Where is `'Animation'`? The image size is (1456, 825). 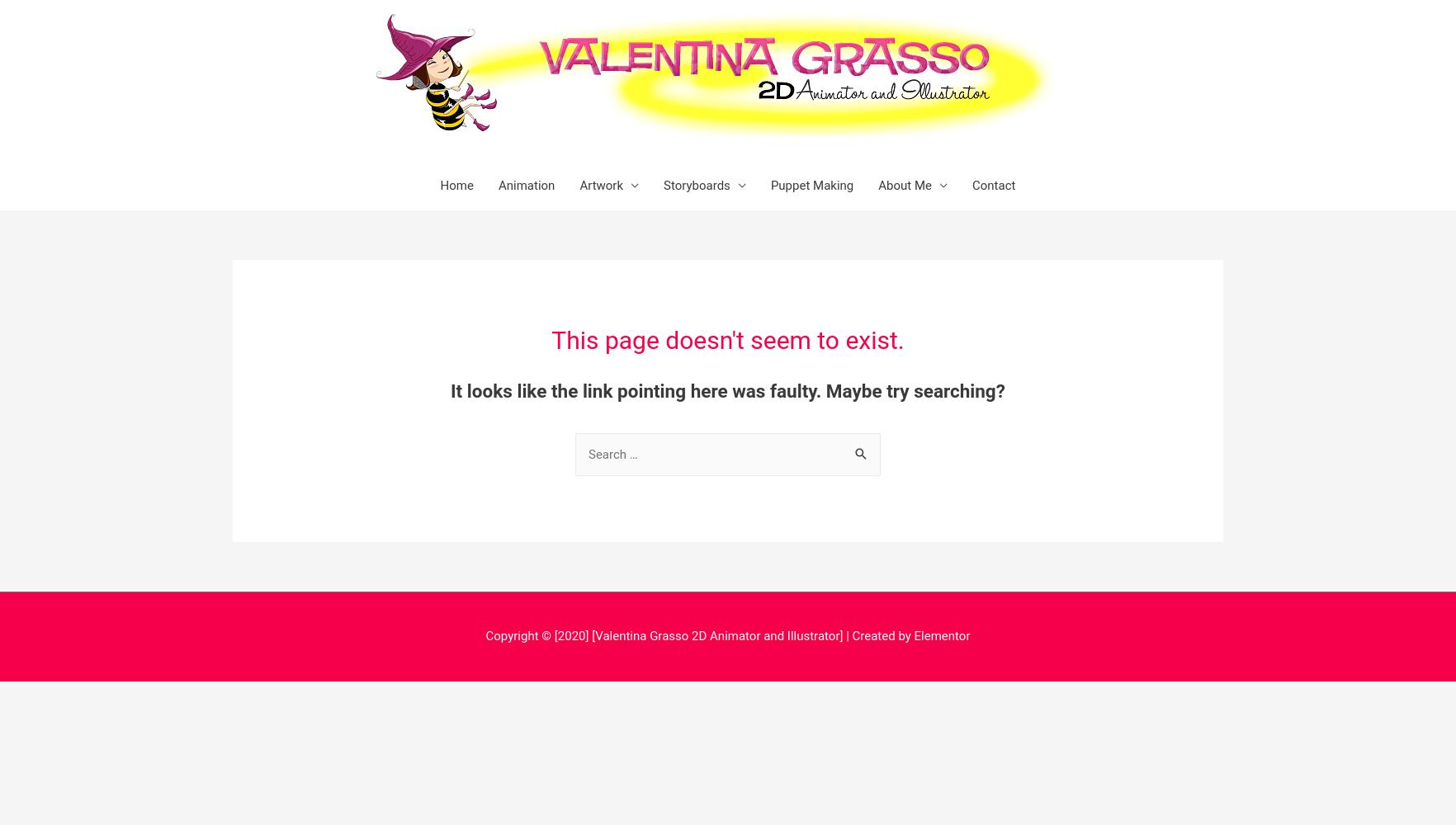
'Animation' is located at coordinates (526, 185).